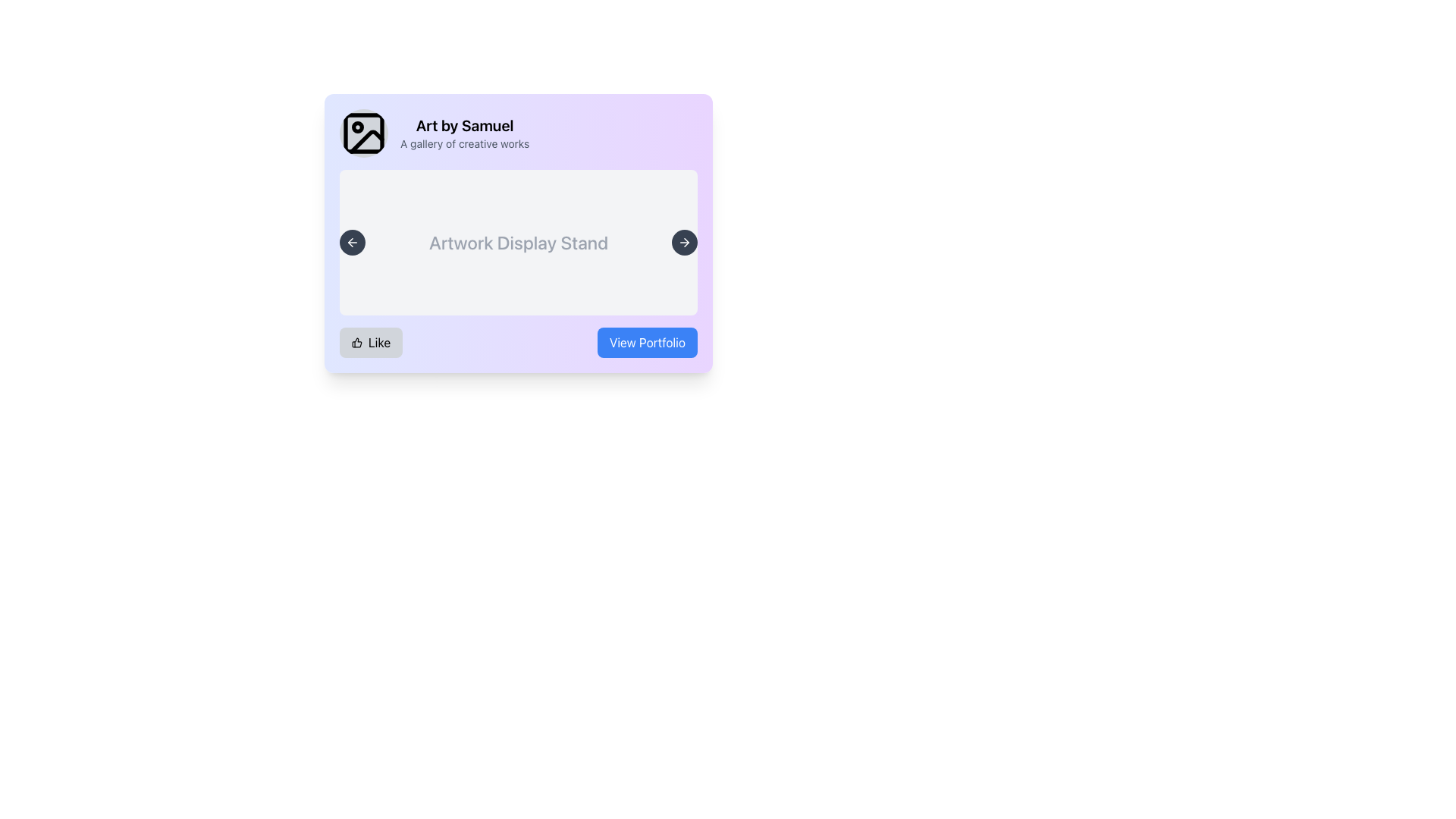  What do you see at coordinates (356, 342) in the screenshot?
I see `the thumbs-up icon located to the left of the 'Like' button in the bottom-left section of the card interface` at bounding box center [356, 342].